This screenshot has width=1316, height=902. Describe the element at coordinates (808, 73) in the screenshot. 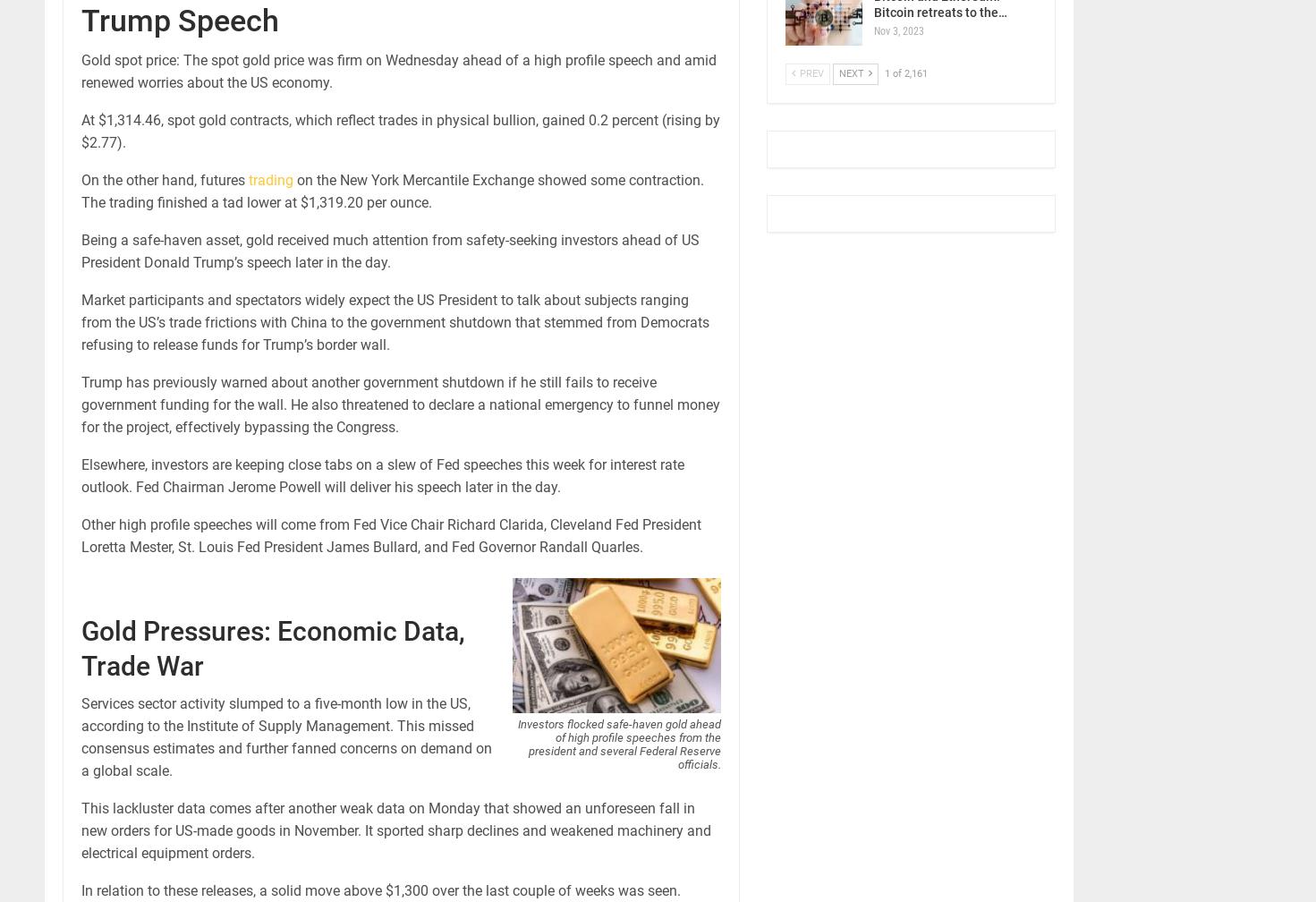

I see `'Prev'` at that location.